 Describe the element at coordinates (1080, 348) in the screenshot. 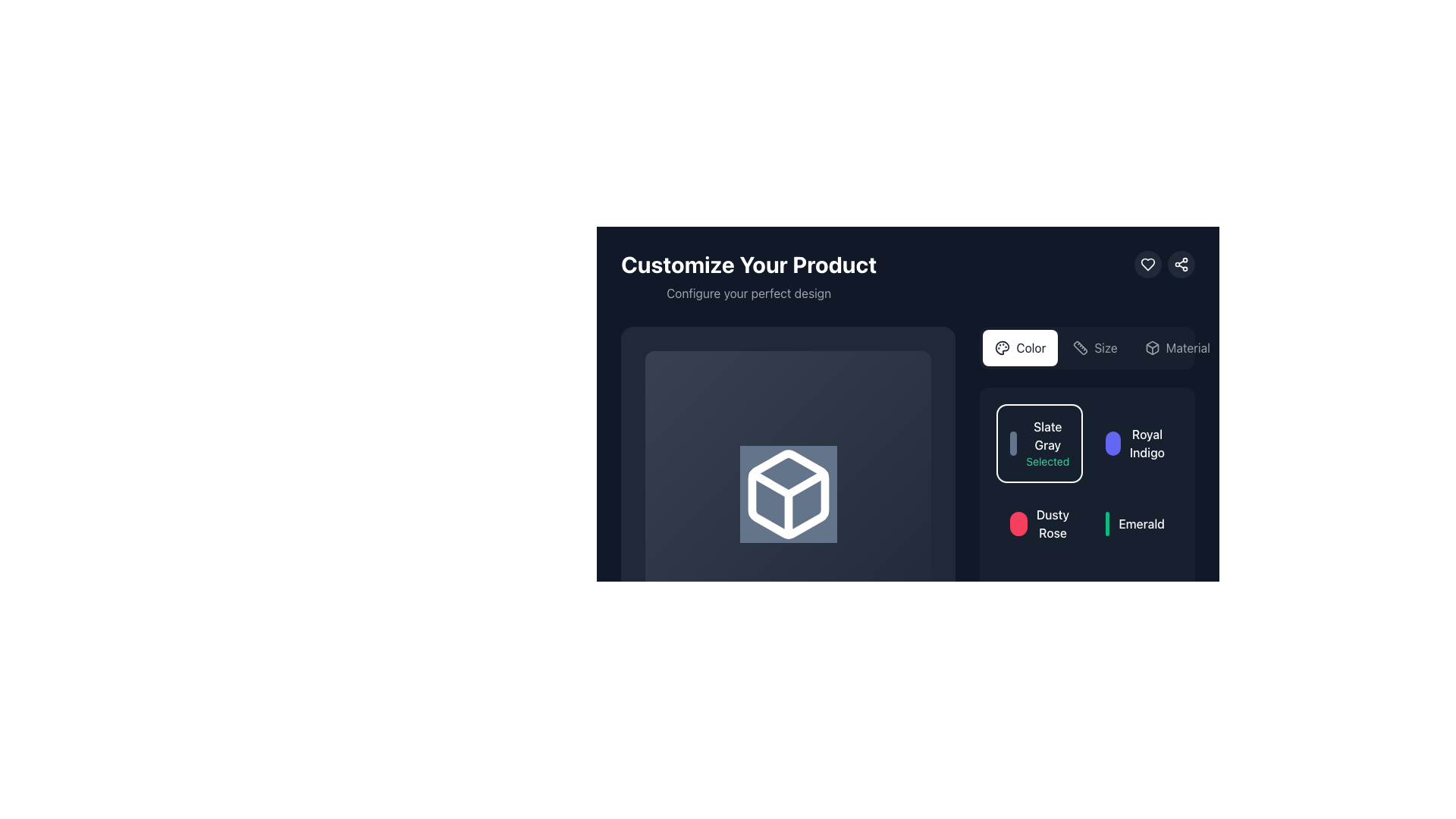

I see `the ruler or measurement tool icon located in the top-right corner of the interface` at that location.